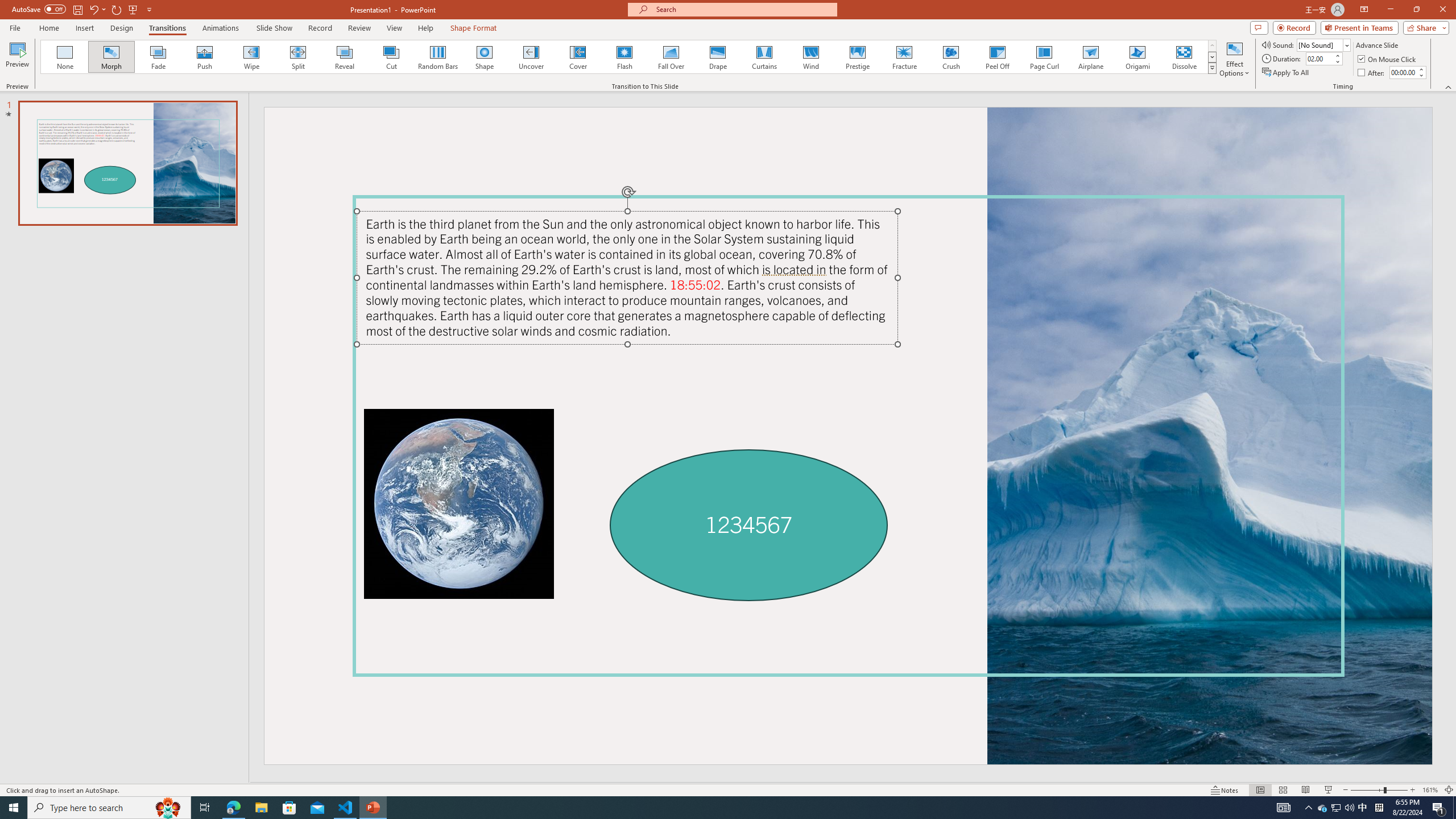 The width and height of the screenshot is (1456, 819). I want to click on 'Page Curl', so click(1043, 56).